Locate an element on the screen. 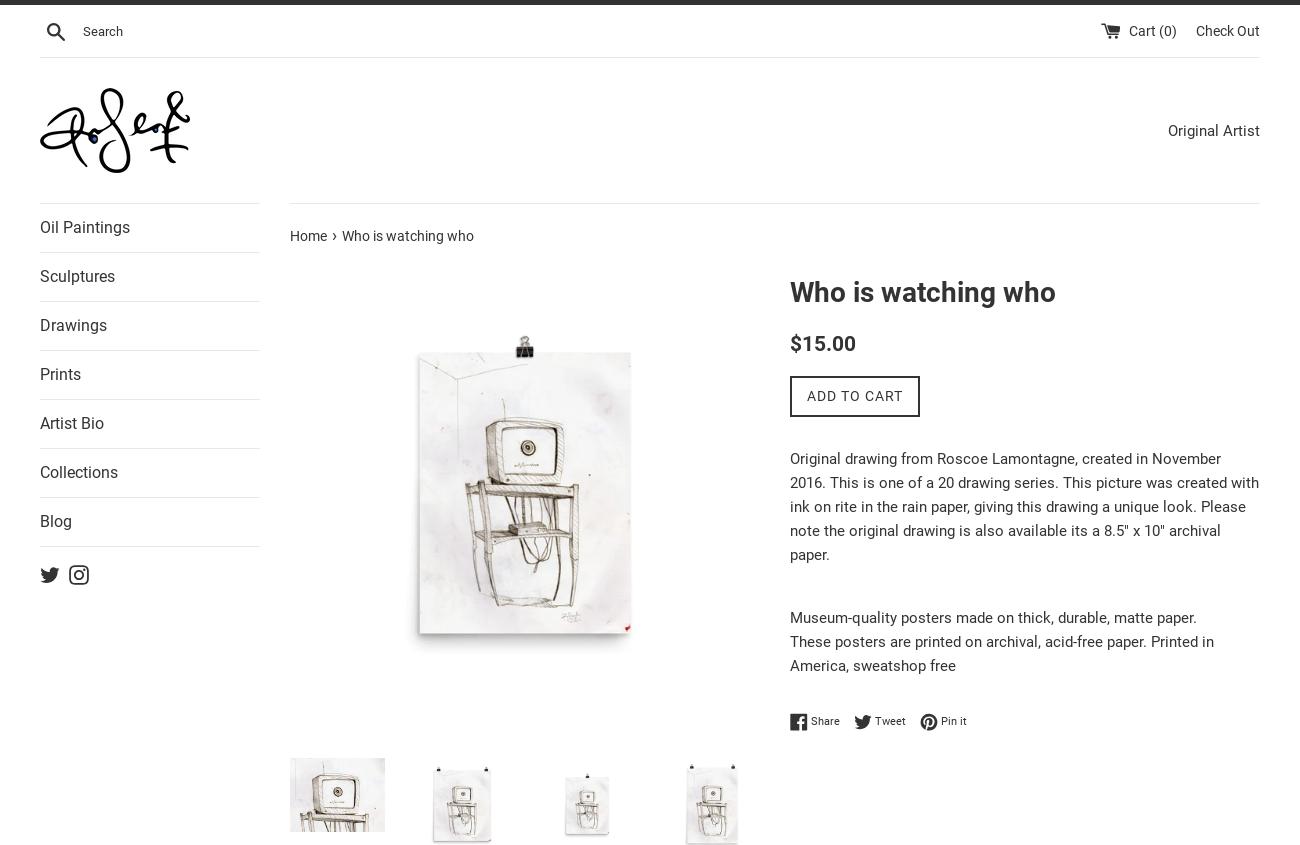  'Museum-quality posters made on thick, durable, matte paper.' is located at coordinates (992, 617).